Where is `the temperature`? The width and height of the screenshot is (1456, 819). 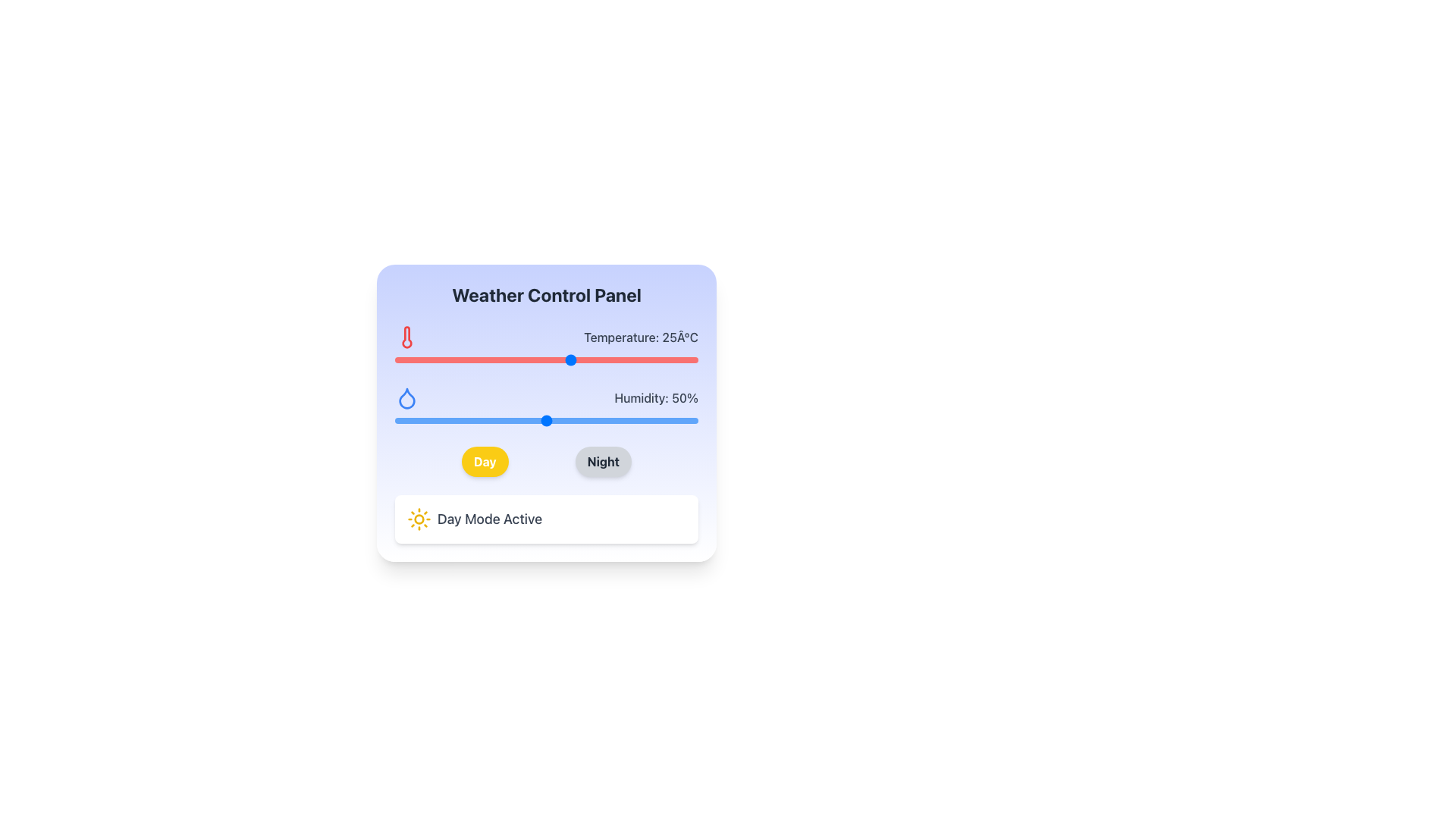
the temperature is located at coordinates (410, 359).